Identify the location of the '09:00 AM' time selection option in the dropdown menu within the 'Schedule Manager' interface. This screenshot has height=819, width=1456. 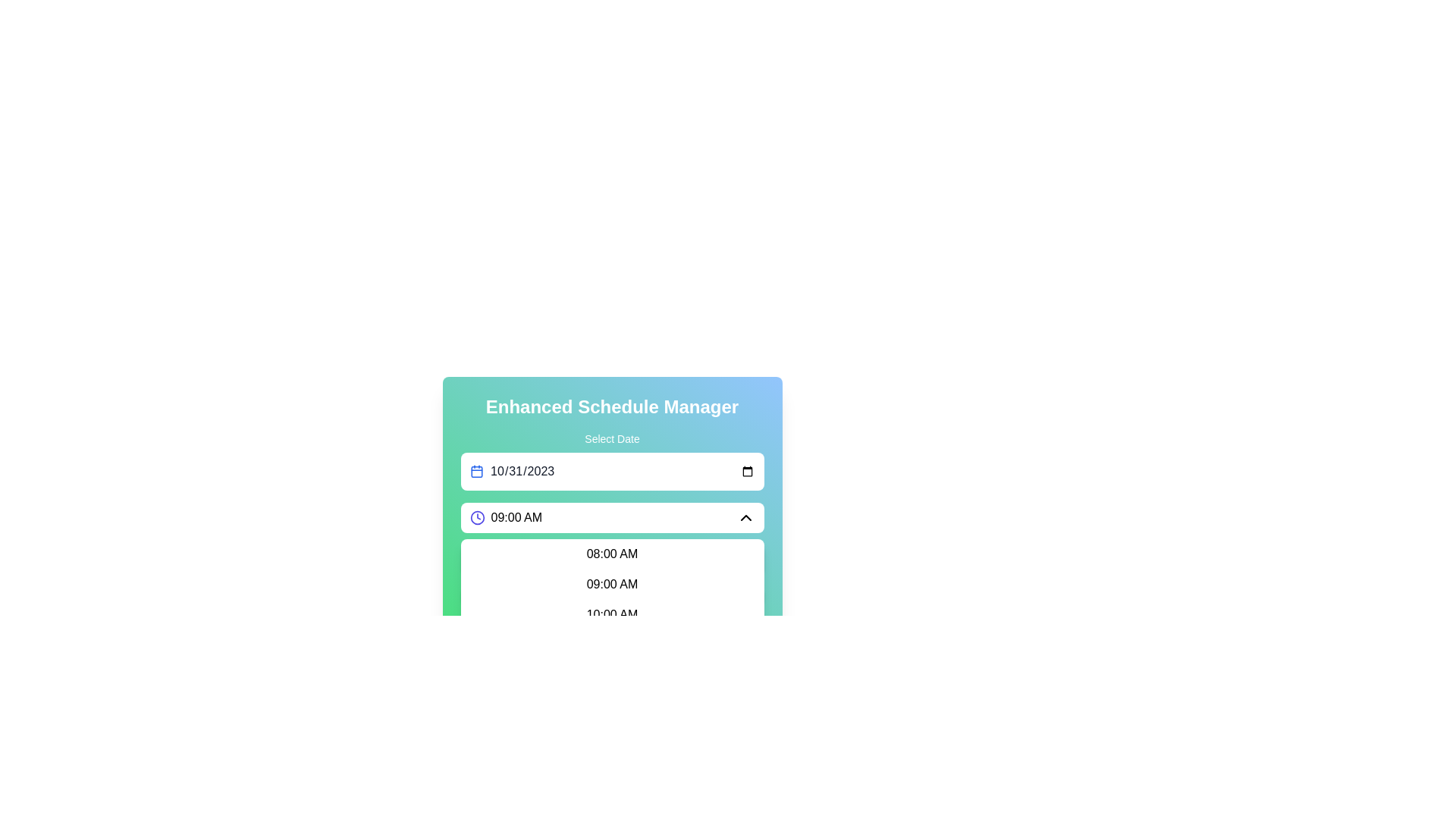
(612, 584).